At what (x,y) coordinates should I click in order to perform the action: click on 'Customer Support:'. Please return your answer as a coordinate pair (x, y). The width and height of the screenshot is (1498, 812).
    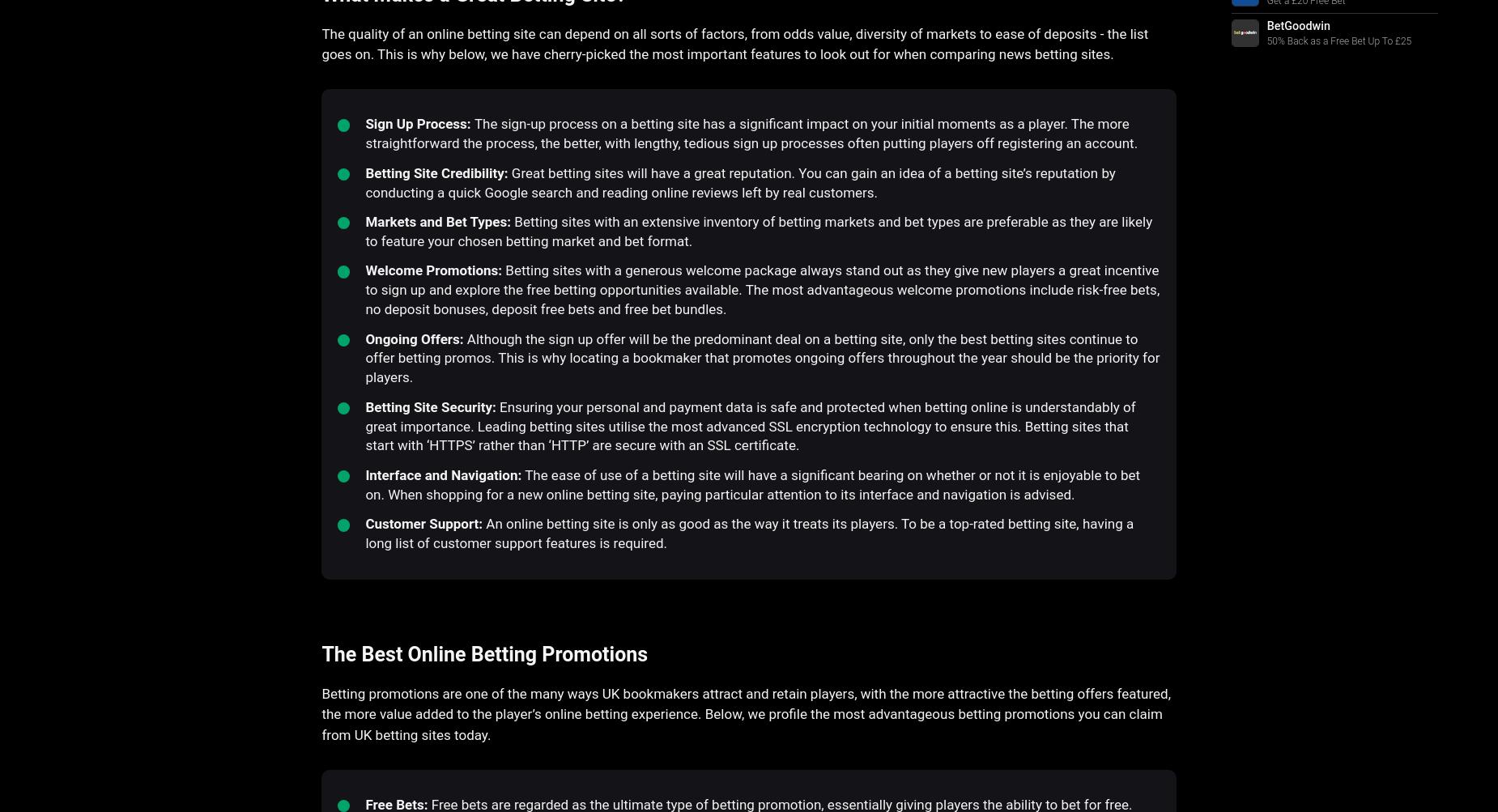
    Looking at the image, I should click on (423, 524).